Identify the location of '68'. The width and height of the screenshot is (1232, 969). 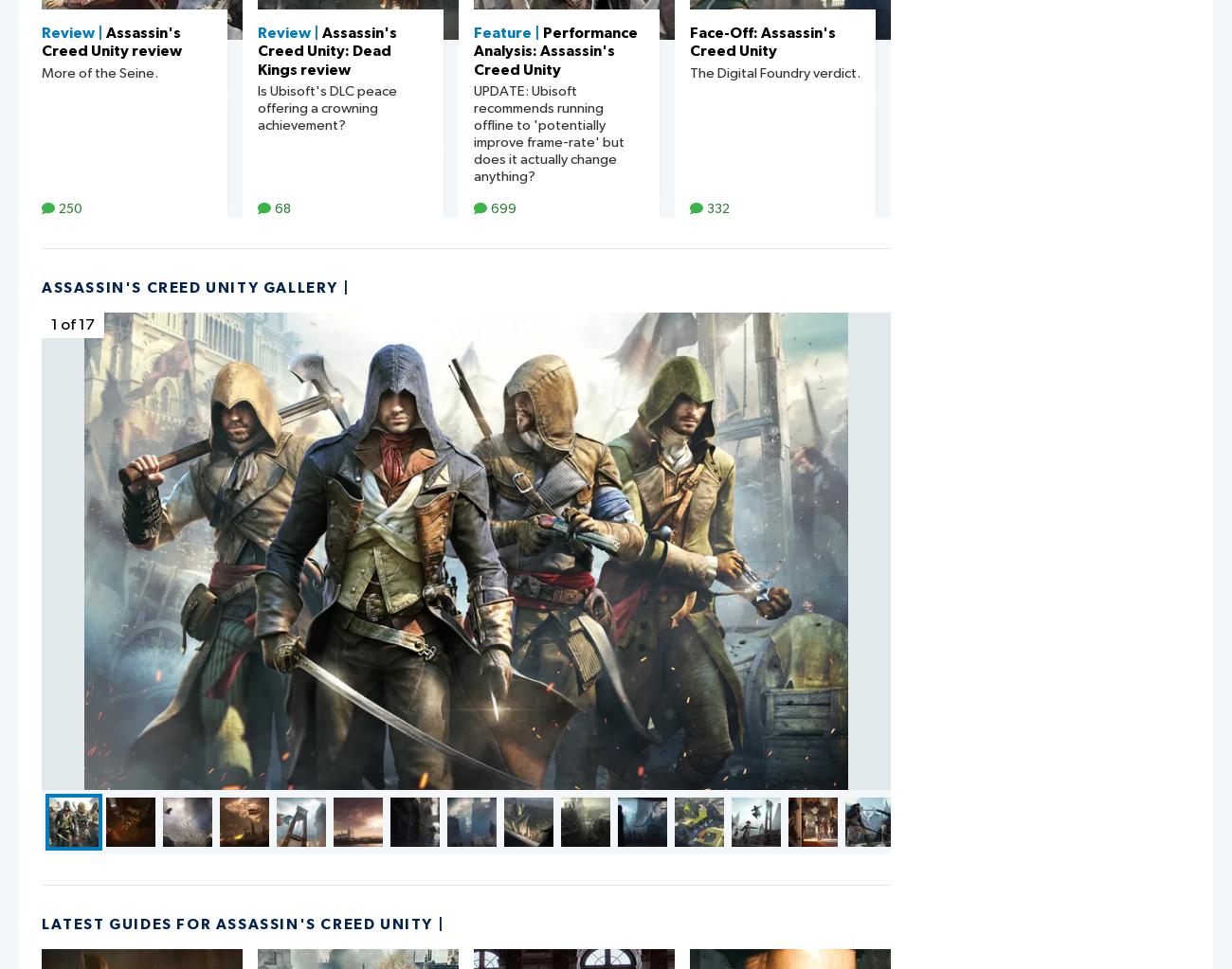
(282, 207).